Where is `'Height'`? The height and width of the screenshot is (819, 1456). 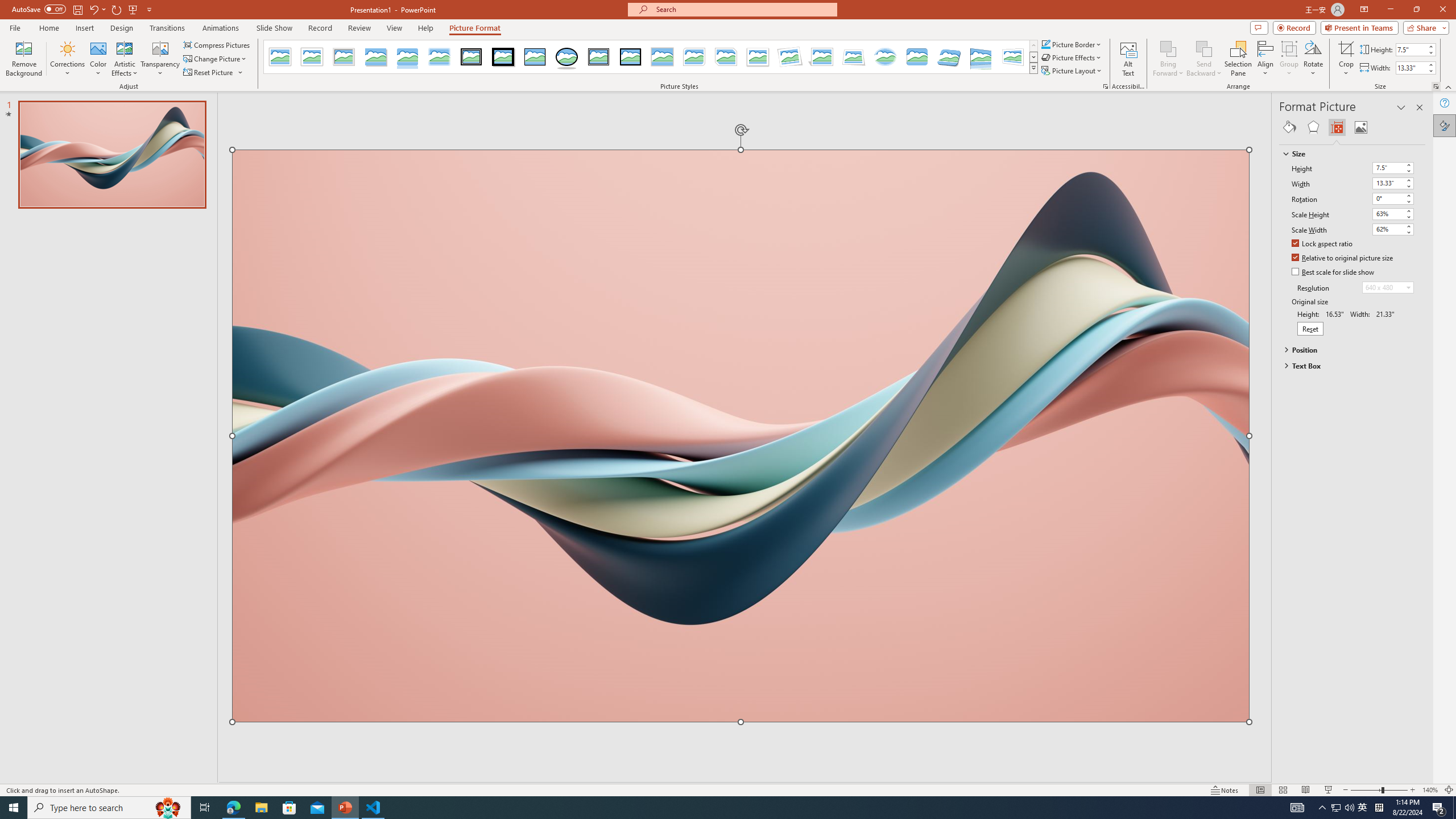
'Height' is located at coordinates (1387, 167).